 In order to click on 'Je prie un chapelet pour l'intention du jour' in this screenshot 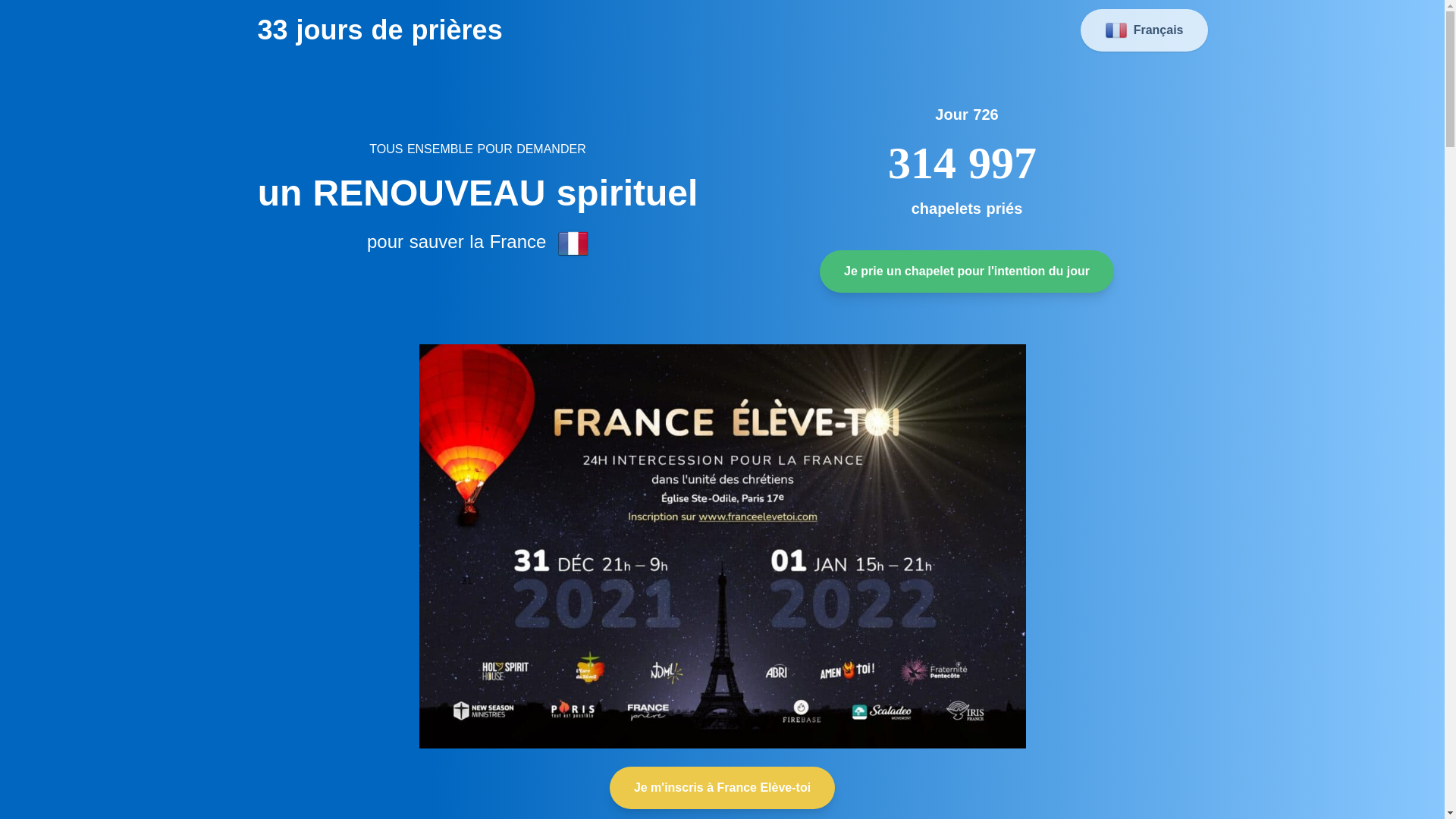, I will do `click(966, 271)`.